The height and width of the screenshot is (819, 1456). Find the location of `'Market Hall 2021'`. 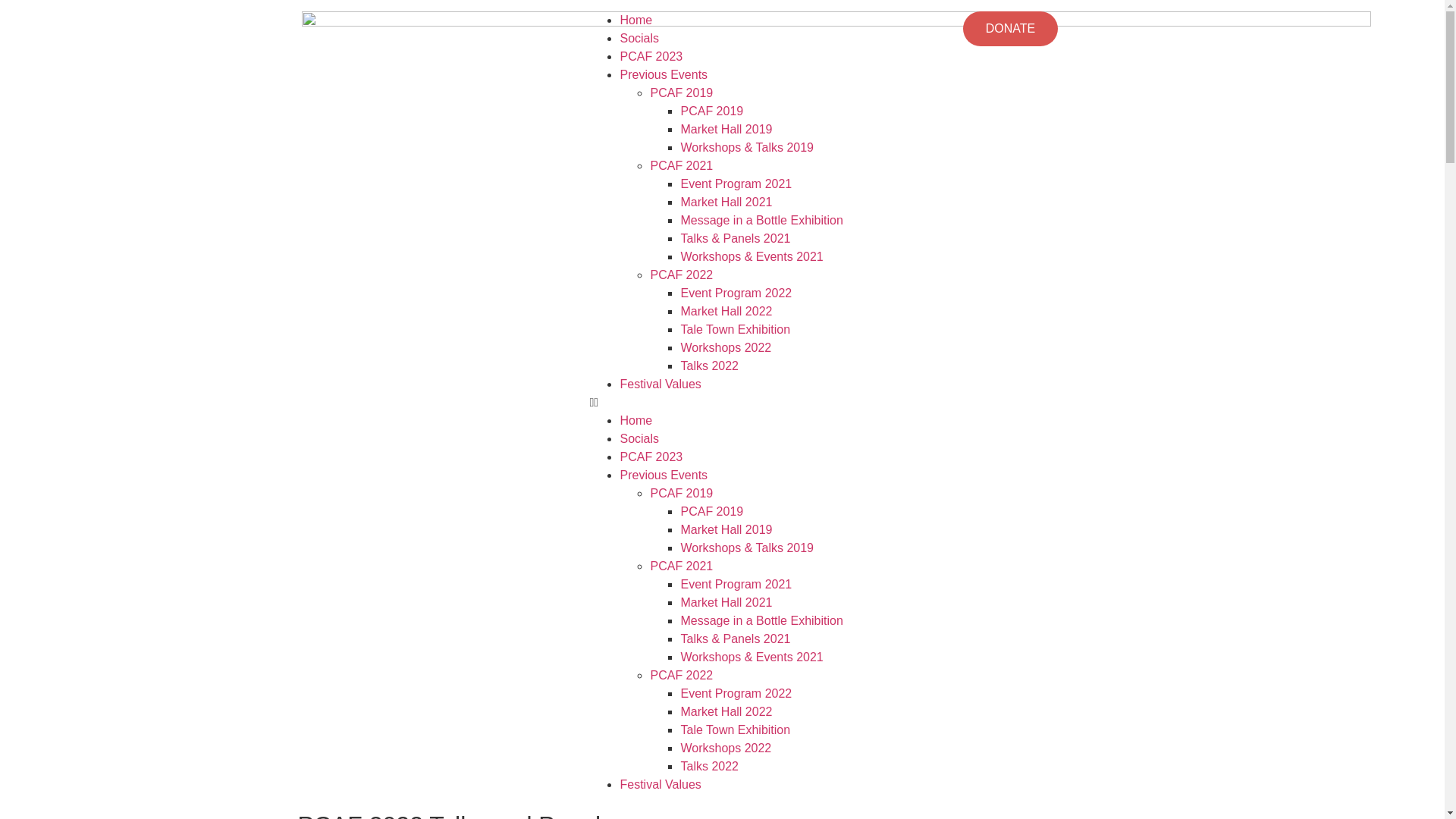

'Market Hall 2021' is located at coordinates (725, 201).